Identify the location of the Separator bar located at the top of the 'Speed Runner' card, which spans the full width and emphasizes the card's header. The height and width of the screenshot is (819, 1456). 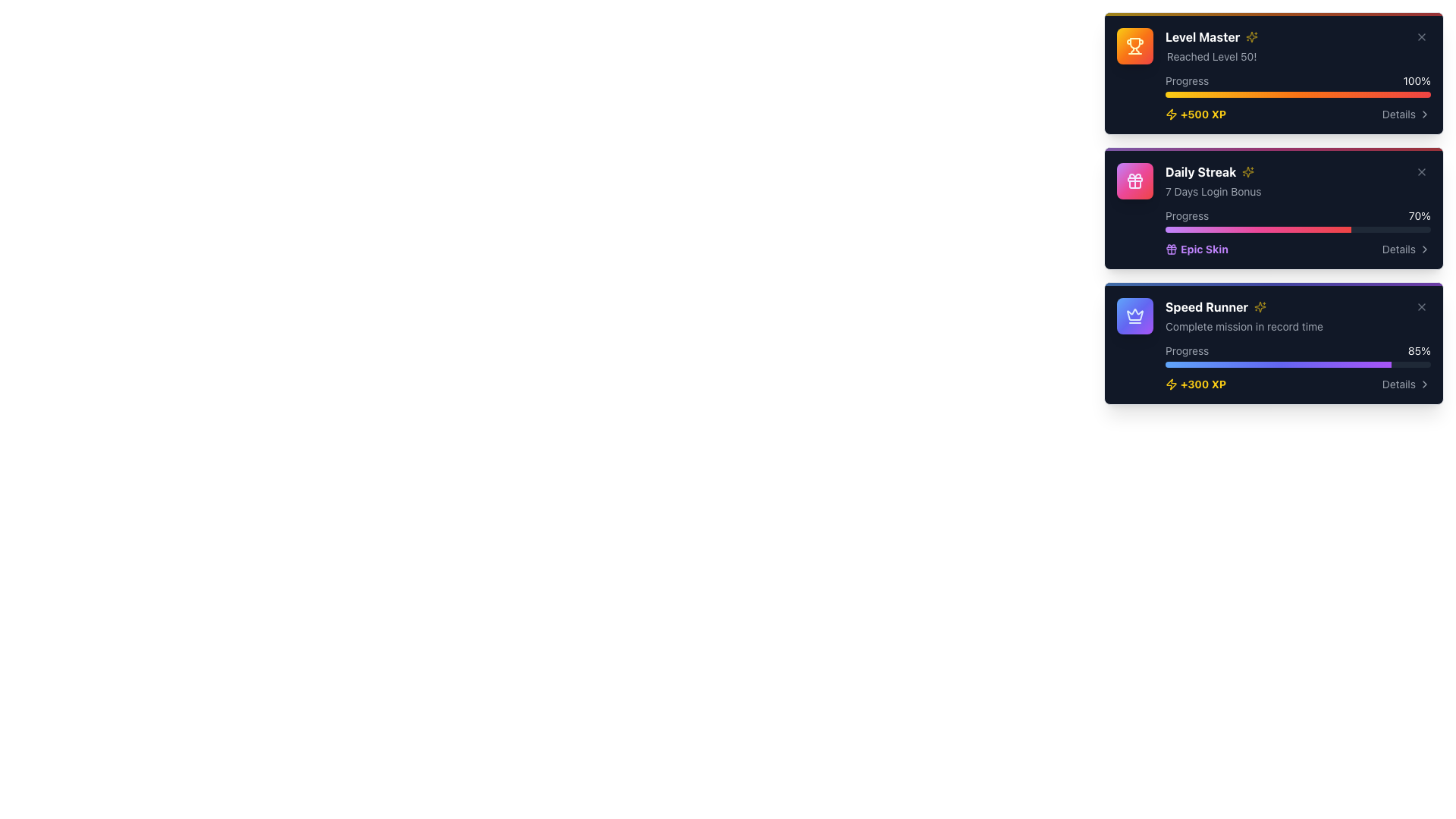
(1274, 284).